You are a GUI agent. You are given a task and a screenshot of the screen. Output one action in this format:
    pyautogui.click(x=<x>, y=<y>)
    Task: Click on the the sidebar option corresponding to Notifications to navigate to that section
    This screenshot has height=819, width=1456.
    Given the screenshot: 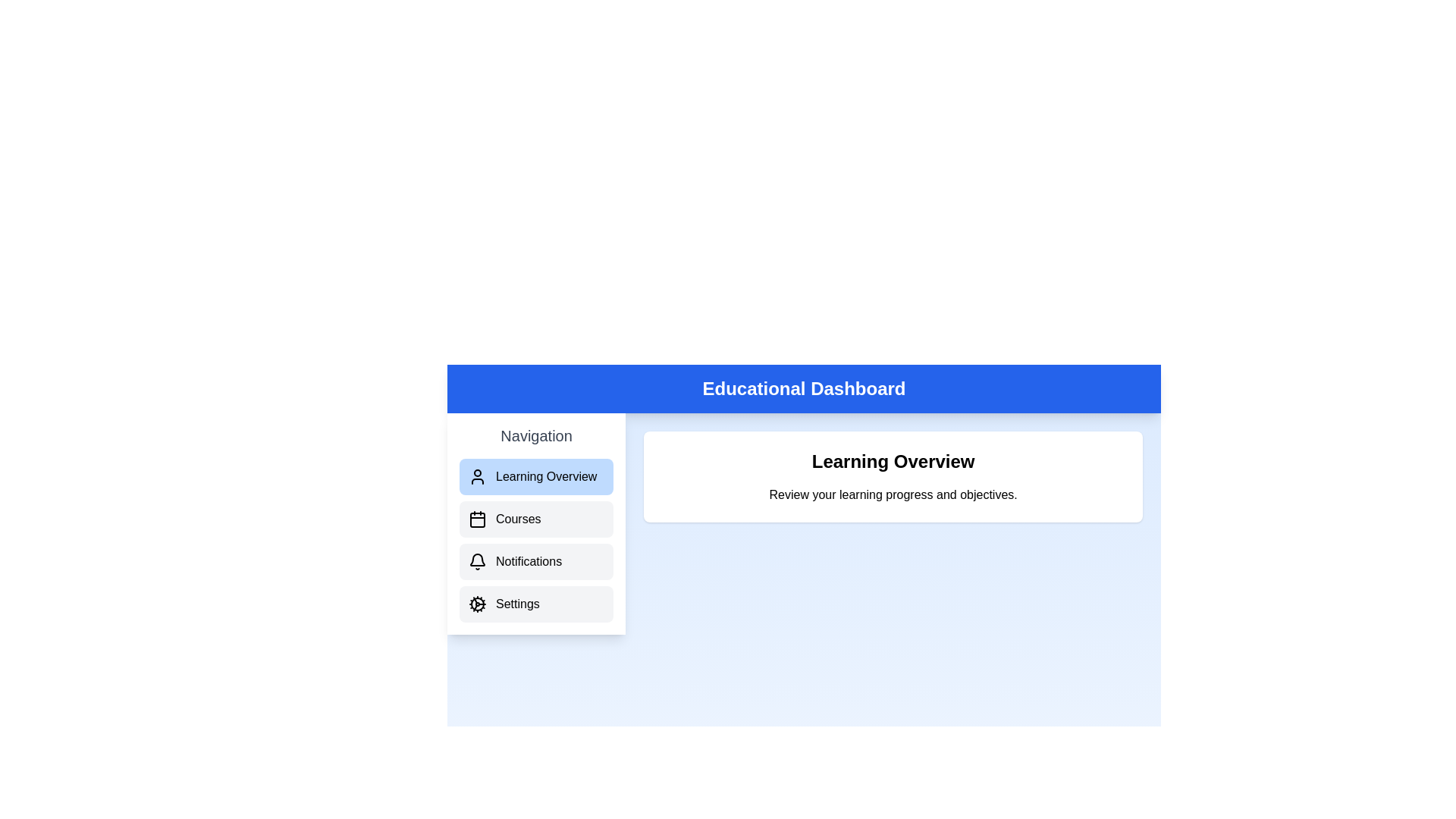 What is the action you would take?
    pyautogui.click(x=536, y=561)
    